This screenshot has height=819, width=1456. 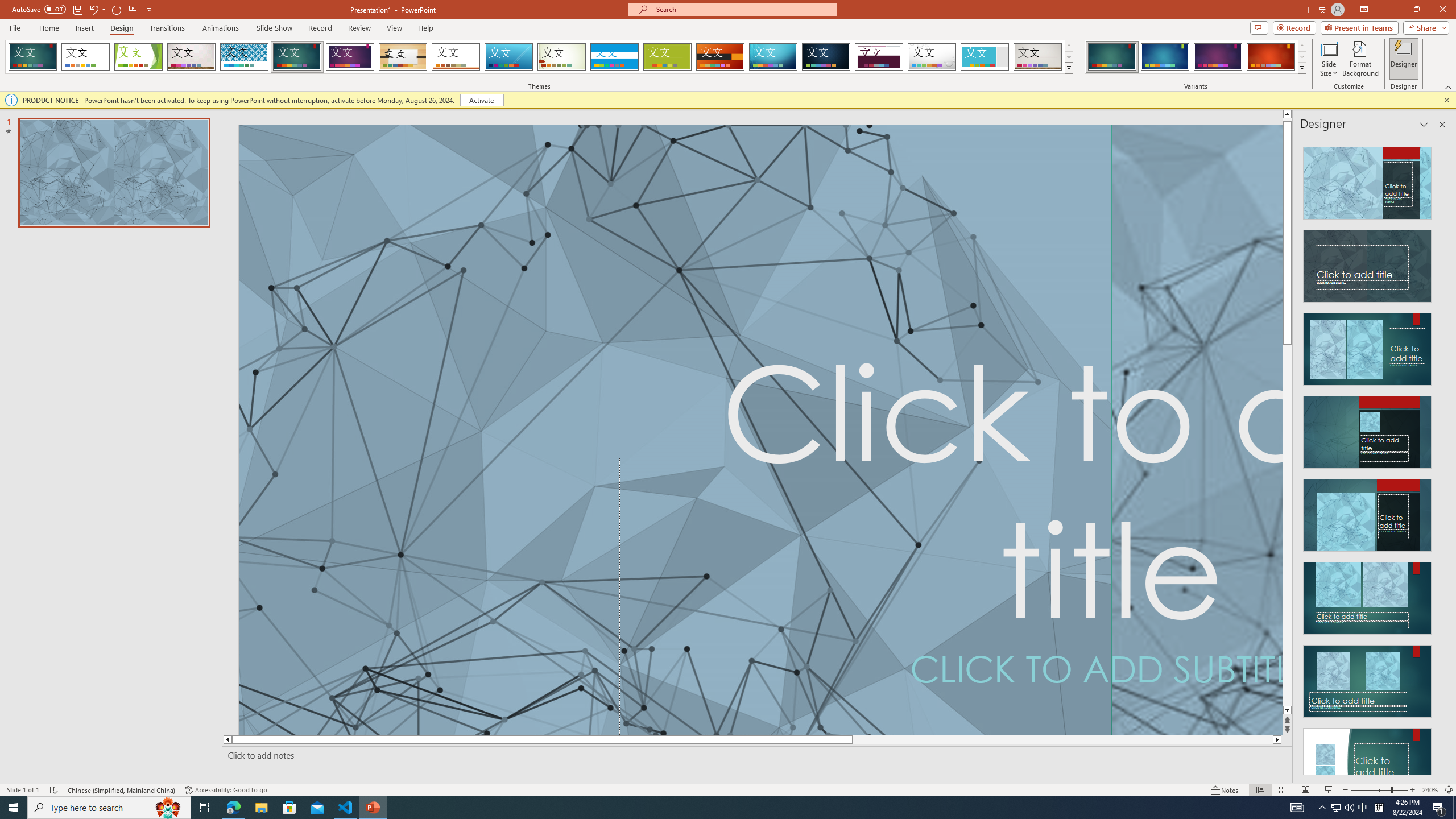 What do you see at coordinates (667, 56) in the screenshot?
I see `'Basis'` at bounding box center [667, 56].